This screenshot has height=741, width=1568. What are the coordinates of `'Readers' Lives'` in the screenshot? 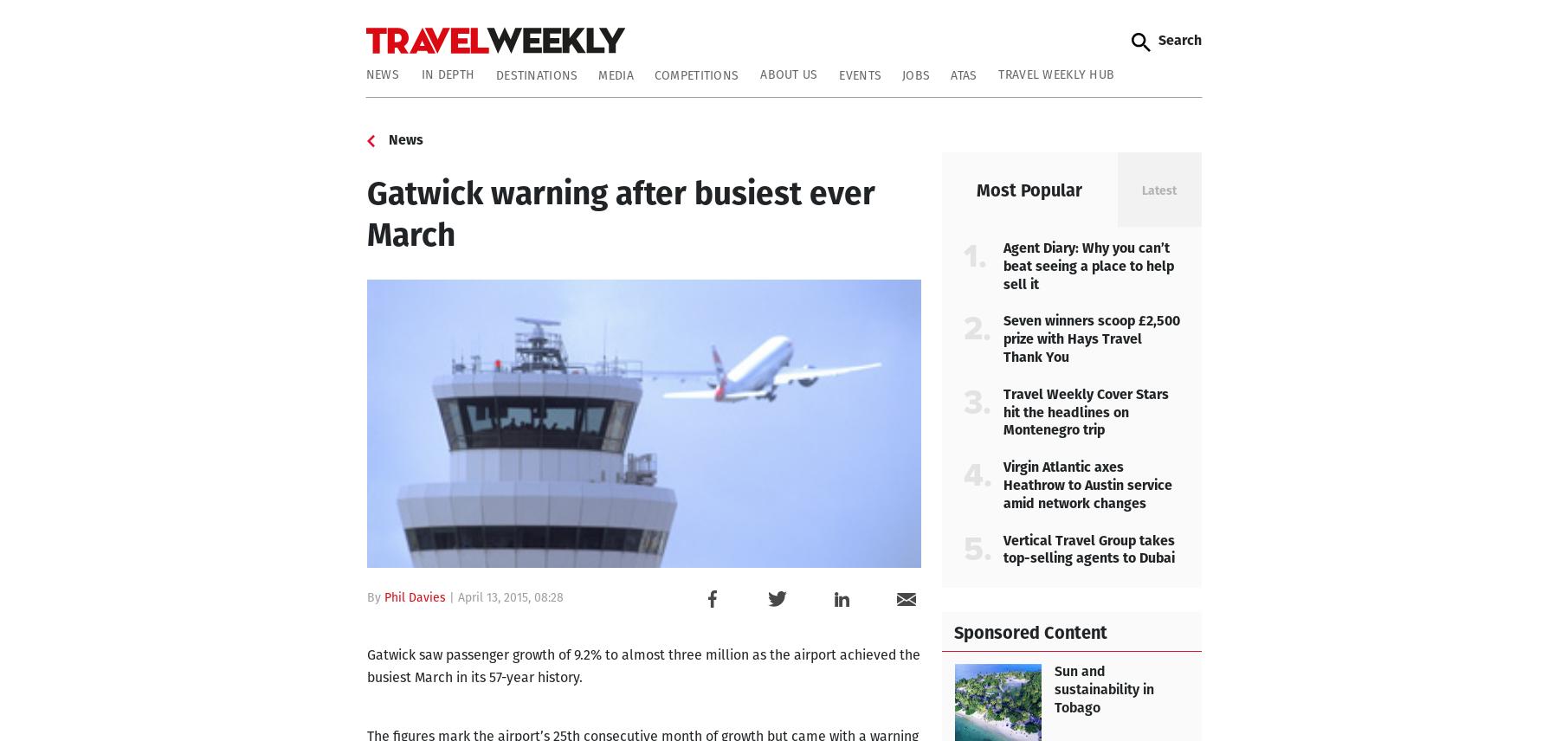 It's located at (377, 187).